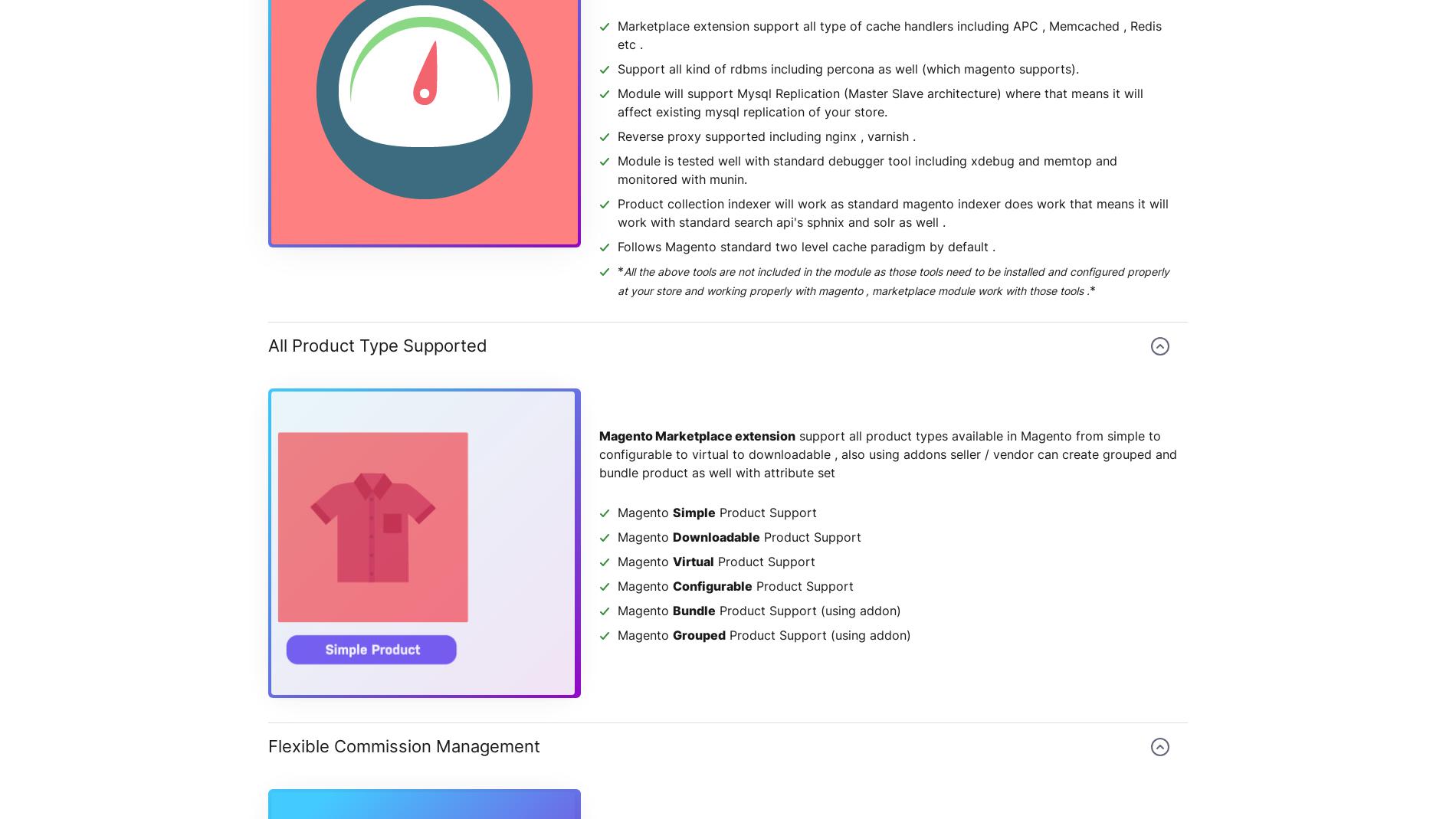 Image resolution: width=1456 pixels, height=819 pixels. Describe the element at coordinates (715, 536) in the screenshot. I see `'Downloadable'` at that location.